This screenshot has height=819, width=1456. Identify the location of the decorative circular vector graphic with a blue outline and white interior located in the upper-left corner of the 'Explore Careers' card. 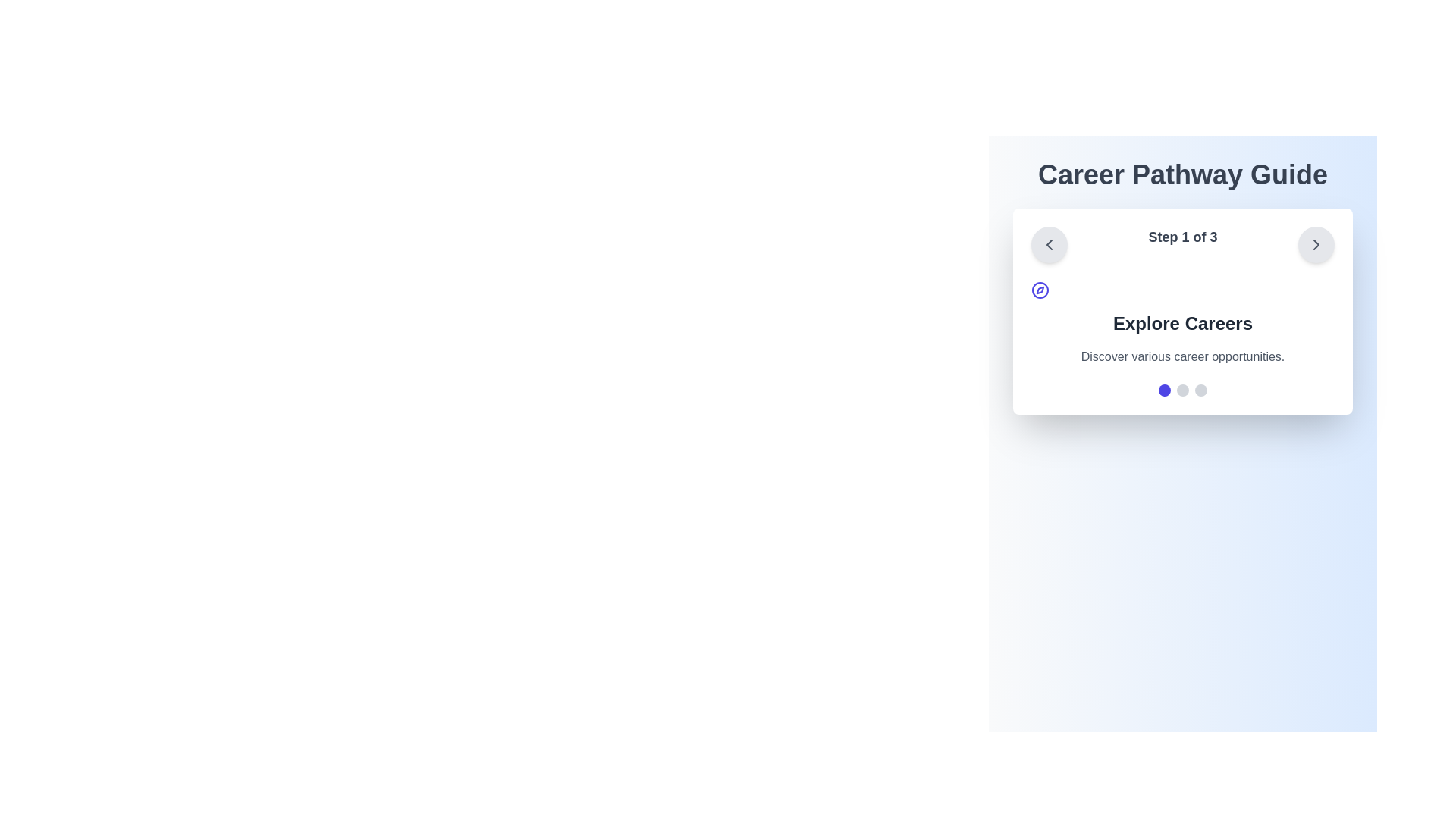
(1040, 290).